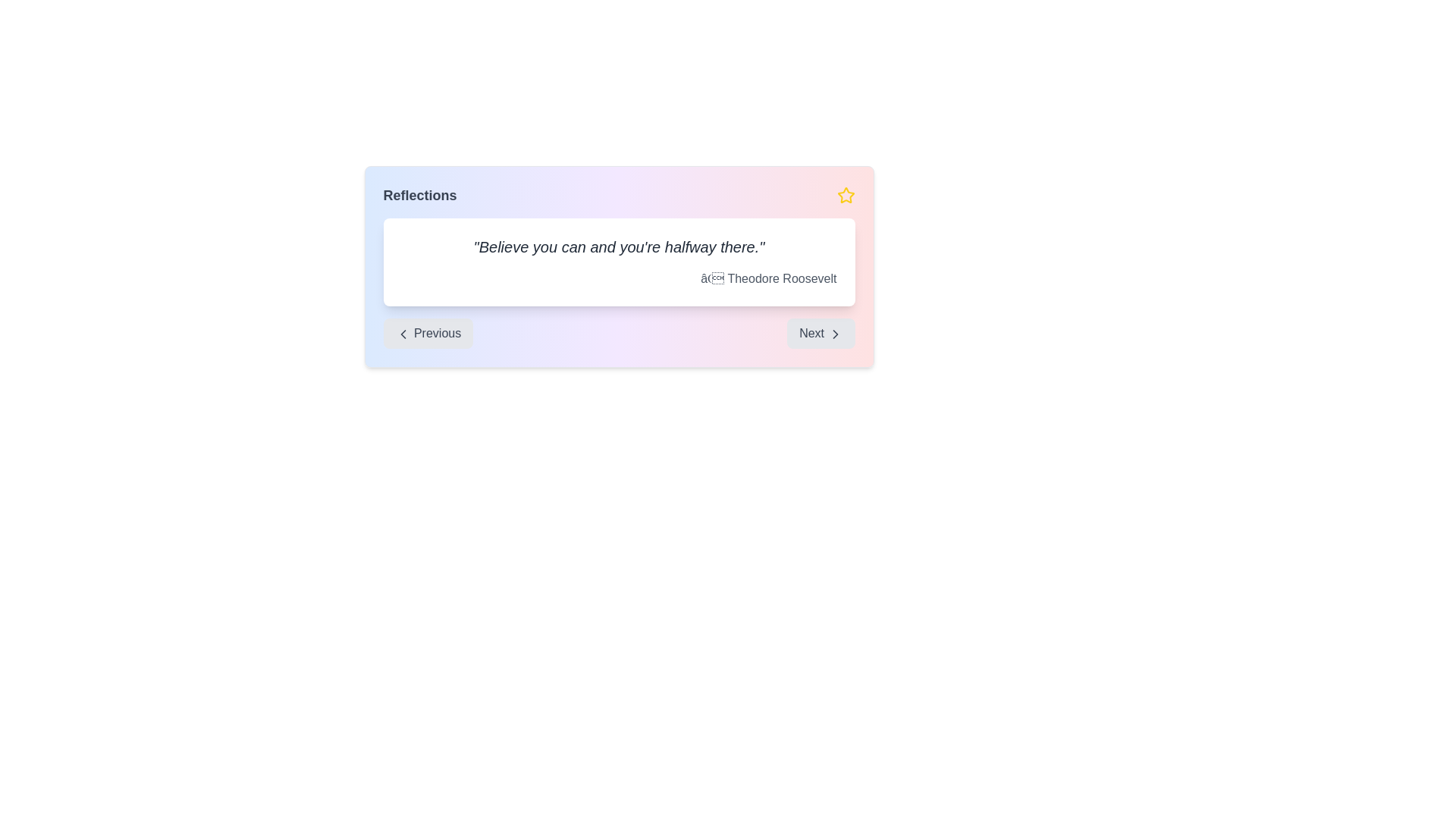  What do you see at coordinates (845, 195) in the screenshot?
I see `the star icon in the top-right corner of the 'Reflections' section` at bounding box center [845, 195].